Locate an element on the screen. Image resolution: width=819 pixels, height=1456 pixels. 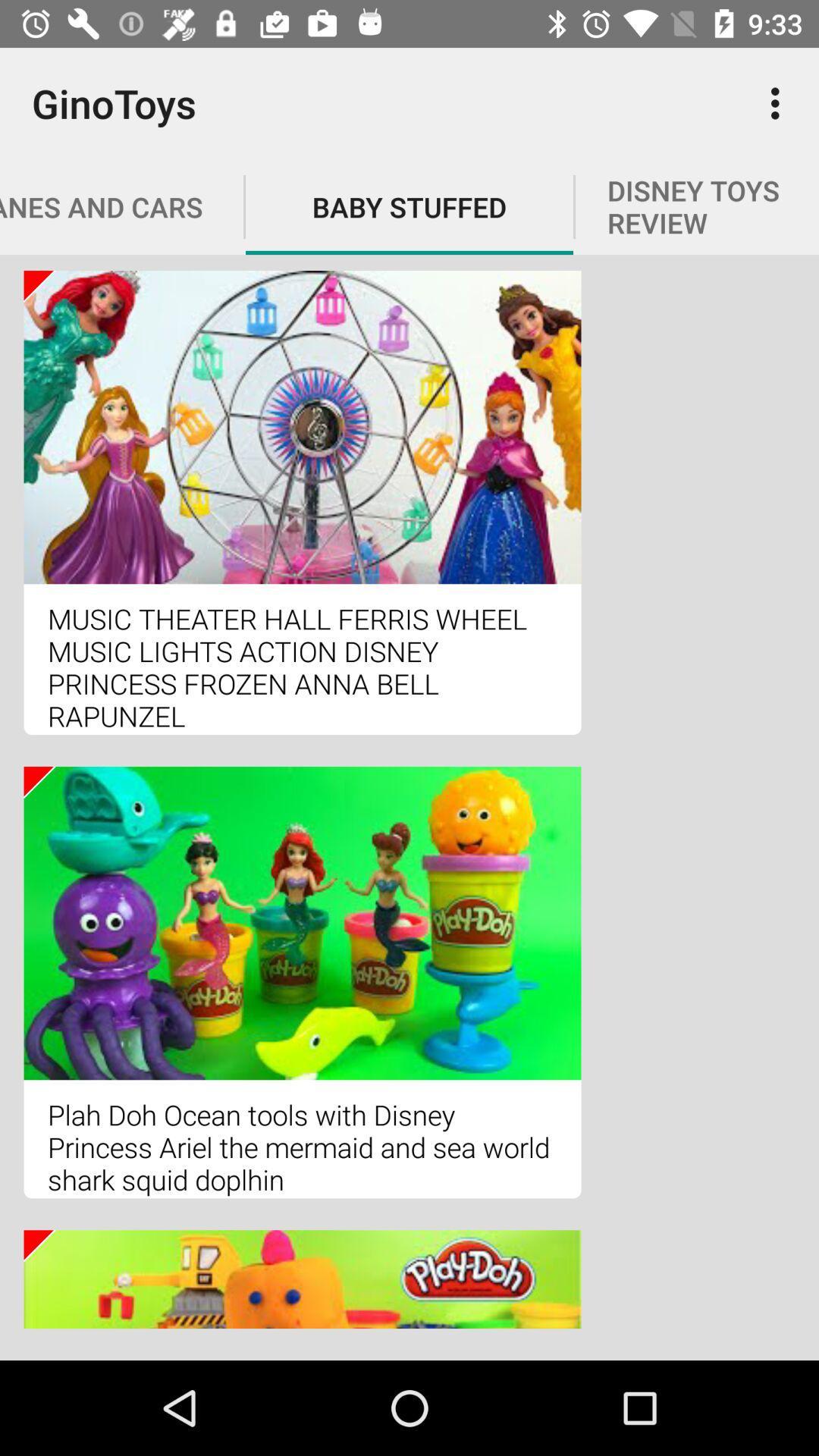
the icon above the disney toys review is located at coordinates (779, 102).